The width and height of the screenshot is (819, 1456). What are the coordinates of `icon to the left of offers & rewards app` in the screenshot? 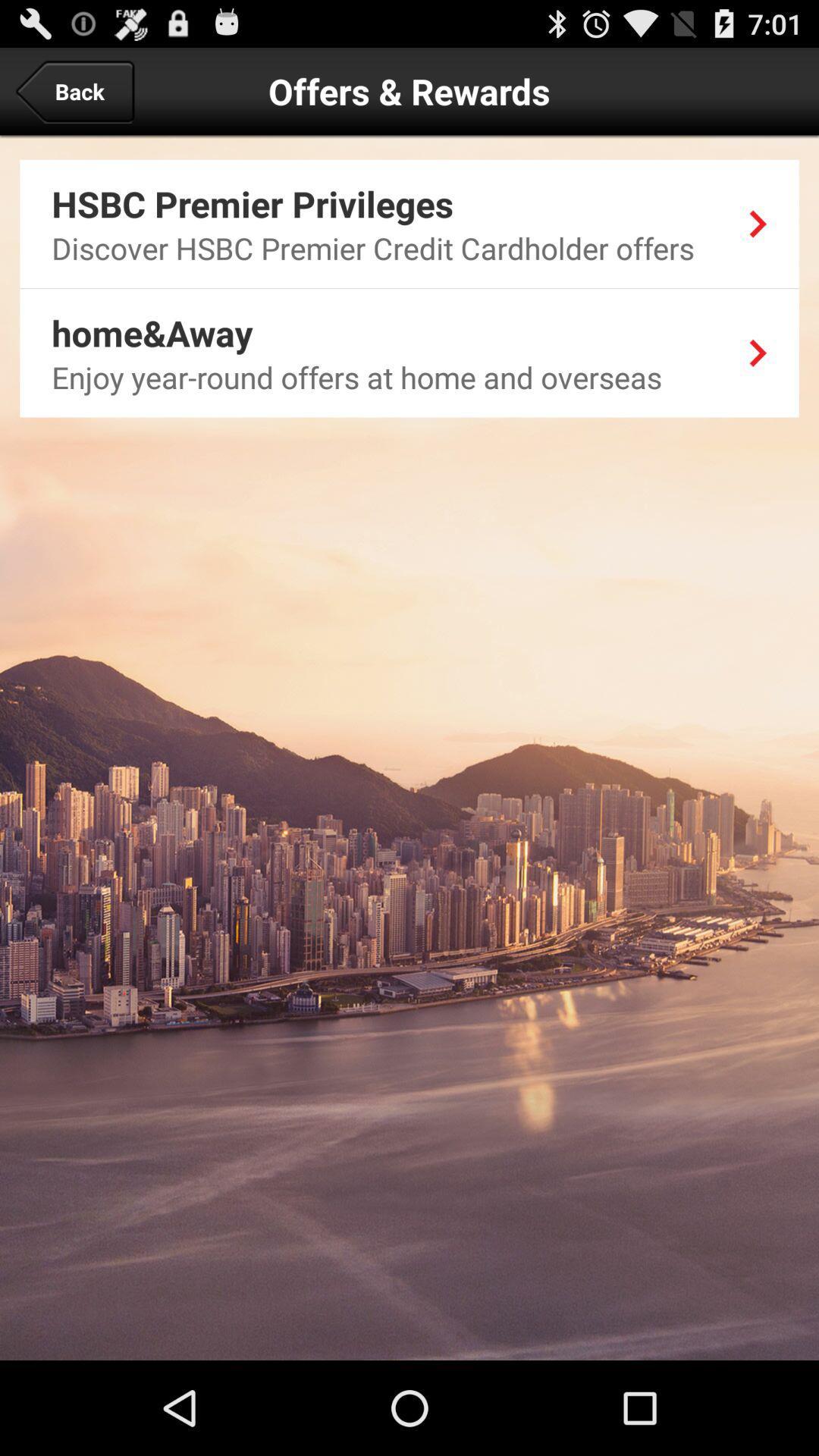 It's located at (74, 90).